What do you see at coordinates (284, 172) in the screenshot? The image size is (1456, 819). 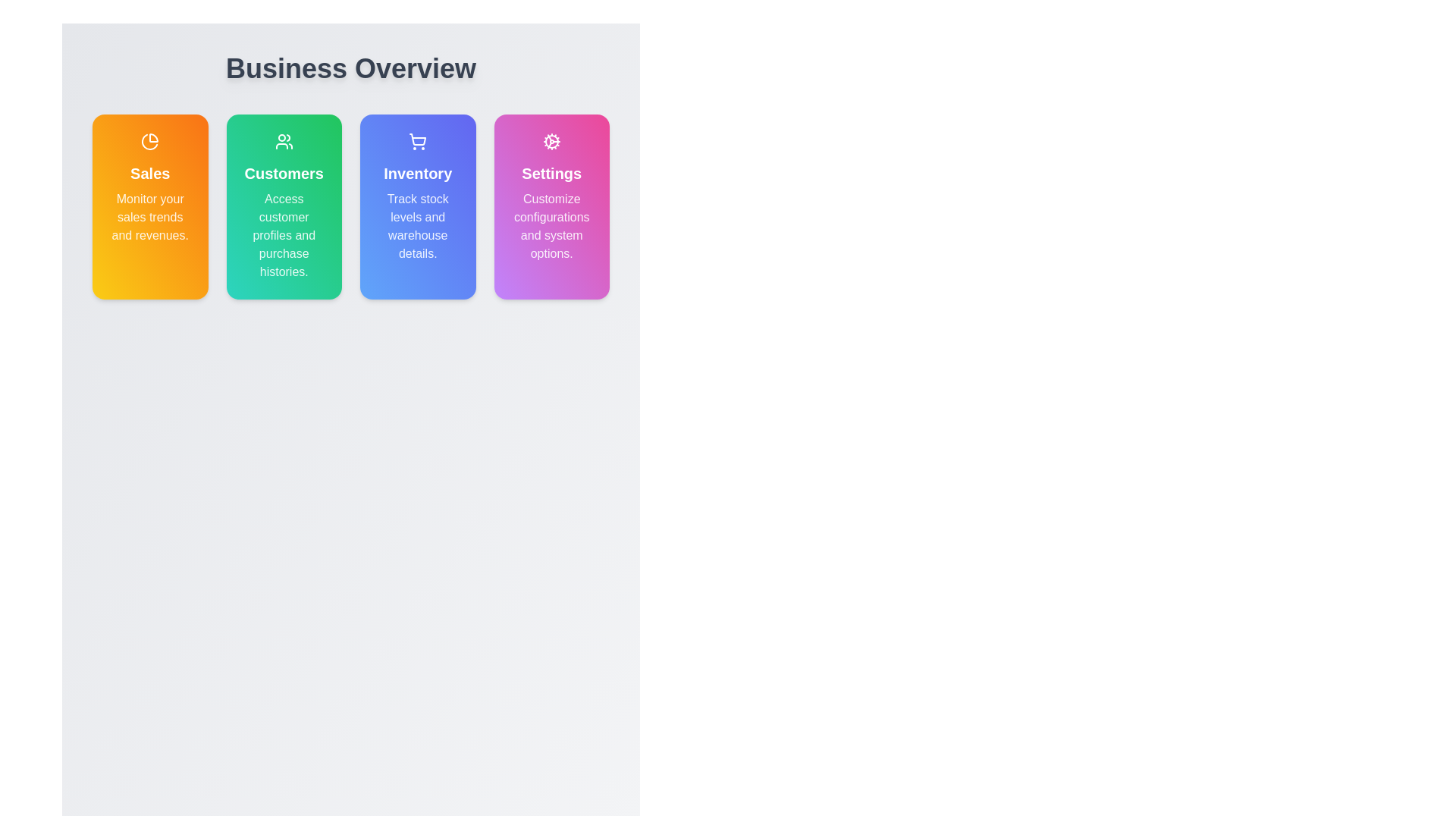 I see `'Customers' text label displayed in bold white font on a green background, which serves as the title of the second card in the 'Business Overview' section` at bounding box center [284, 172].